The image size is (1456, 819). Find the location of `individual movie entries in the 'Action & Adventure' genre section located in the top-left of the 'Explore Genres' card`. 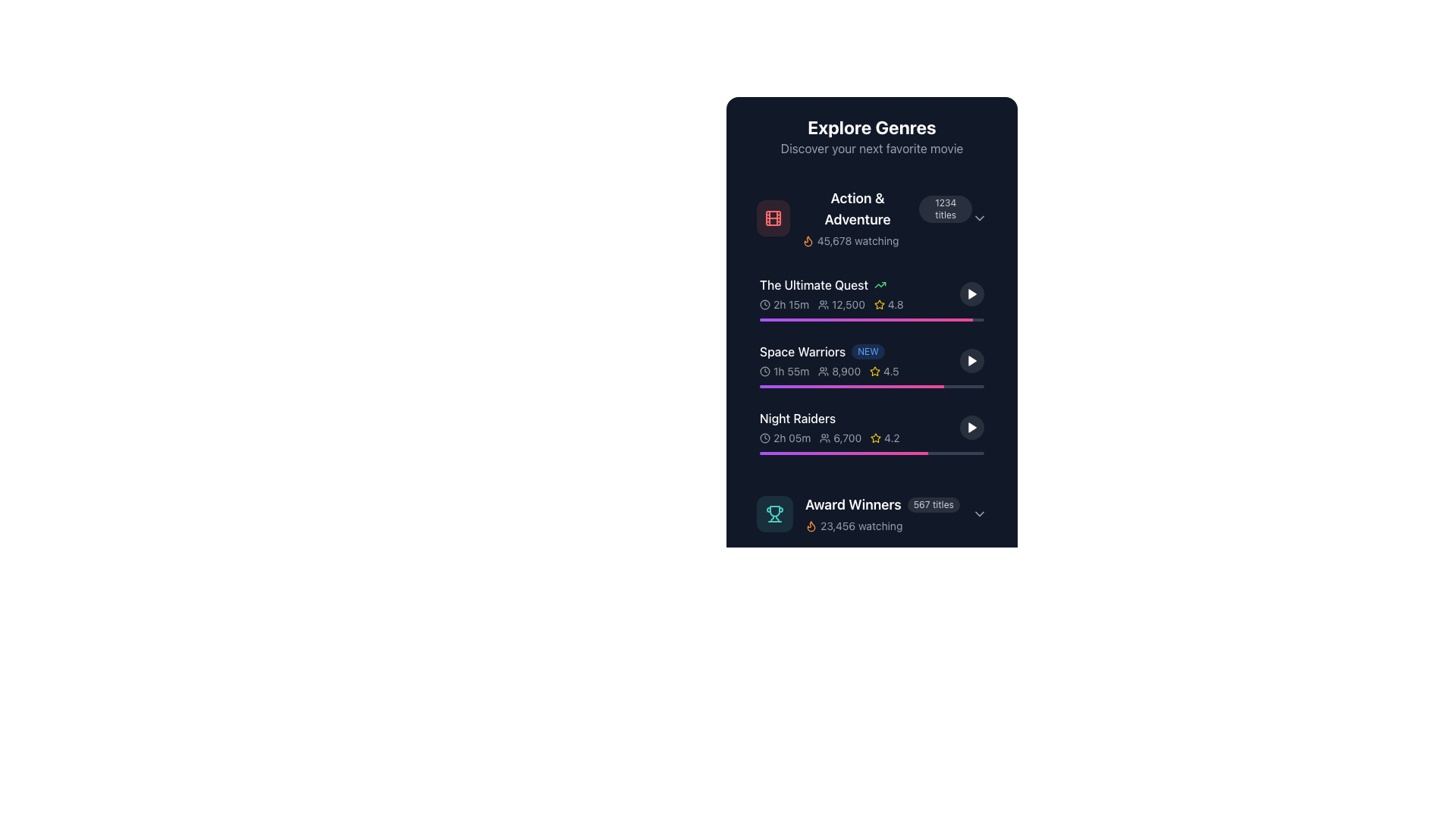

individual movie entries in the 'Action & Adventure' genre section located in the top-left of the 'Explore Genres' card is located at coordinates (872, 322).